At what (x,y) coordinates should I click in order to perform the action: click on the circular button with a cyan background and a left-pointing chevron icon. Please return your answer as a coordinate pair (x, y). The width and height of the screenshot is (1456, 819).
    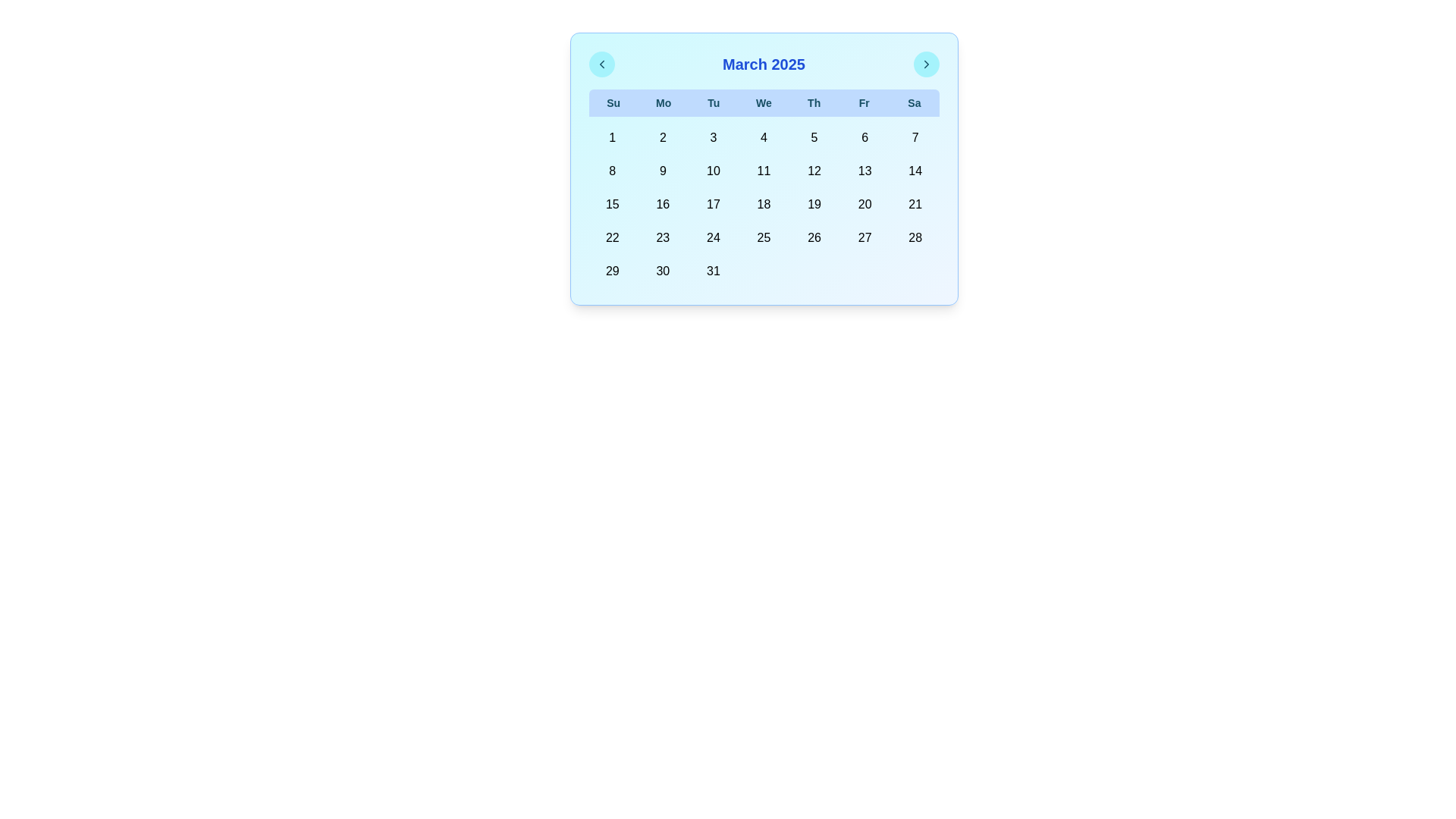
    Looking at the image, I should click on (601, 63).